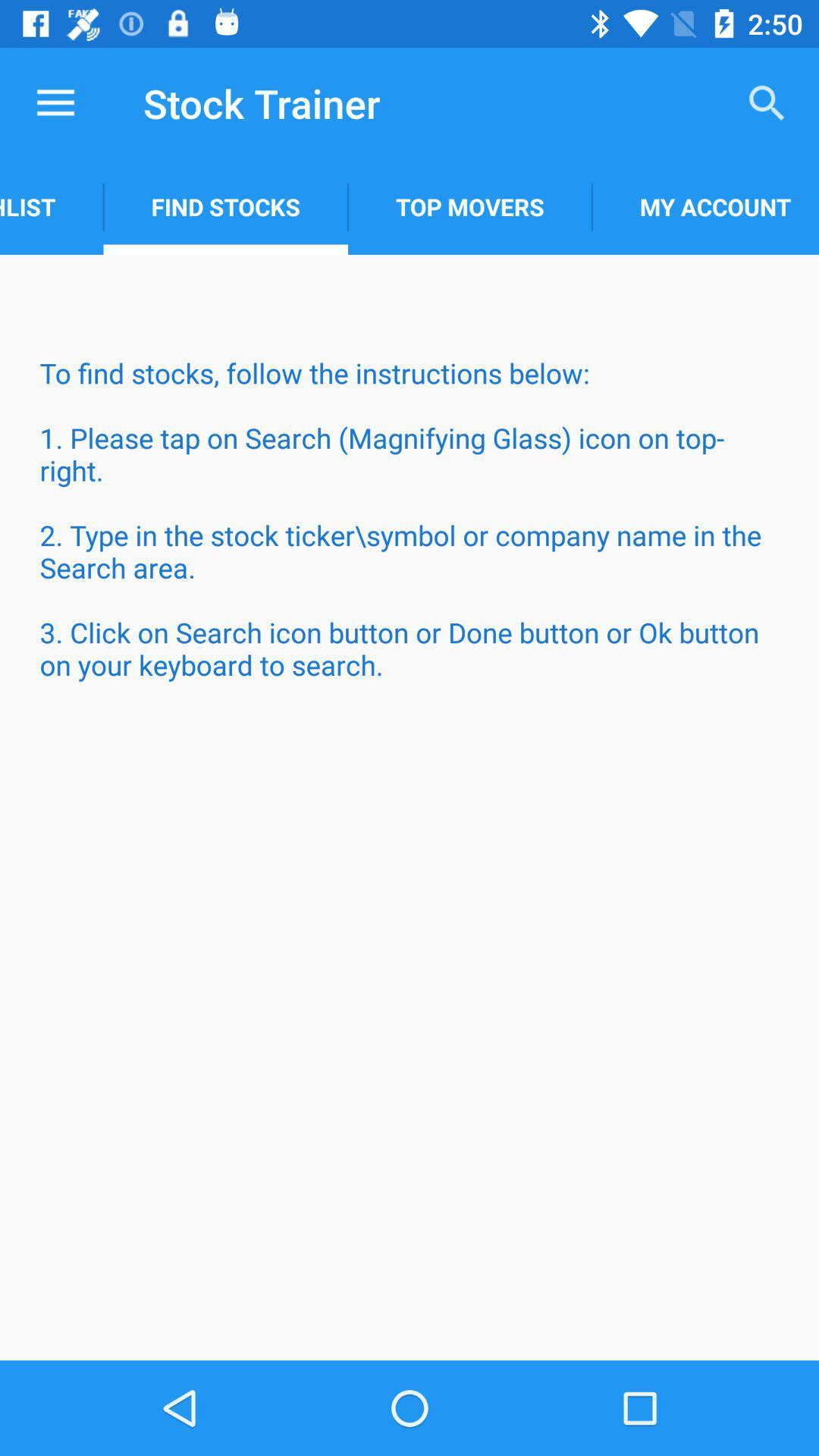  Describe the element at coordinates (55, 102) in the screenshot. I see `item next to stock trainer icon` at that location.